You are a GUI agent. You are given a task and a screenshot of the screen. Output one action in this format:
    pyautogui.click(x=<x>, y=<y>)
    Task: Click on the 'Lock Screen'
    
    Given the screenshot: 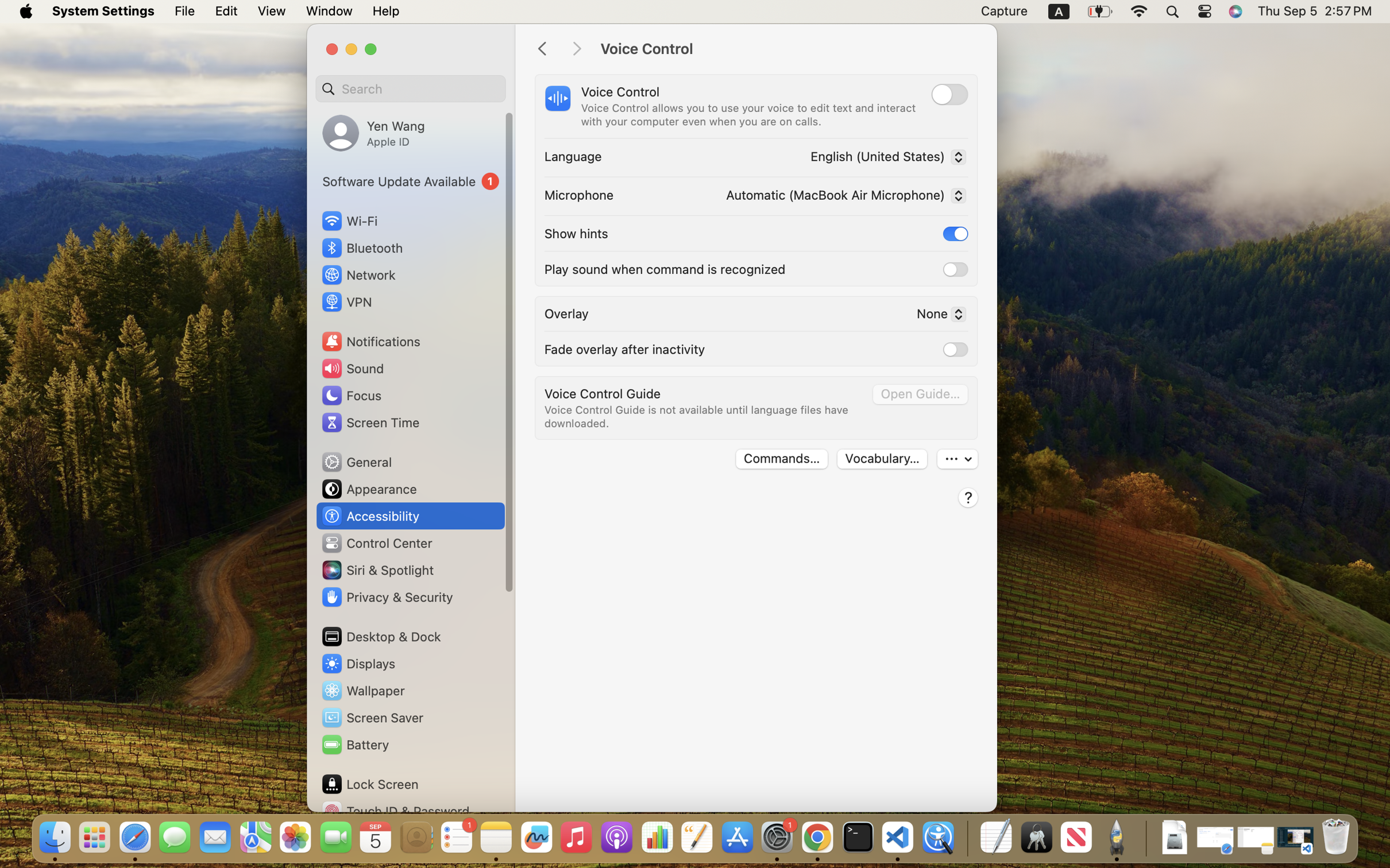 What is the action you would take?
    pyautogui.click(x=370, y=783)
    